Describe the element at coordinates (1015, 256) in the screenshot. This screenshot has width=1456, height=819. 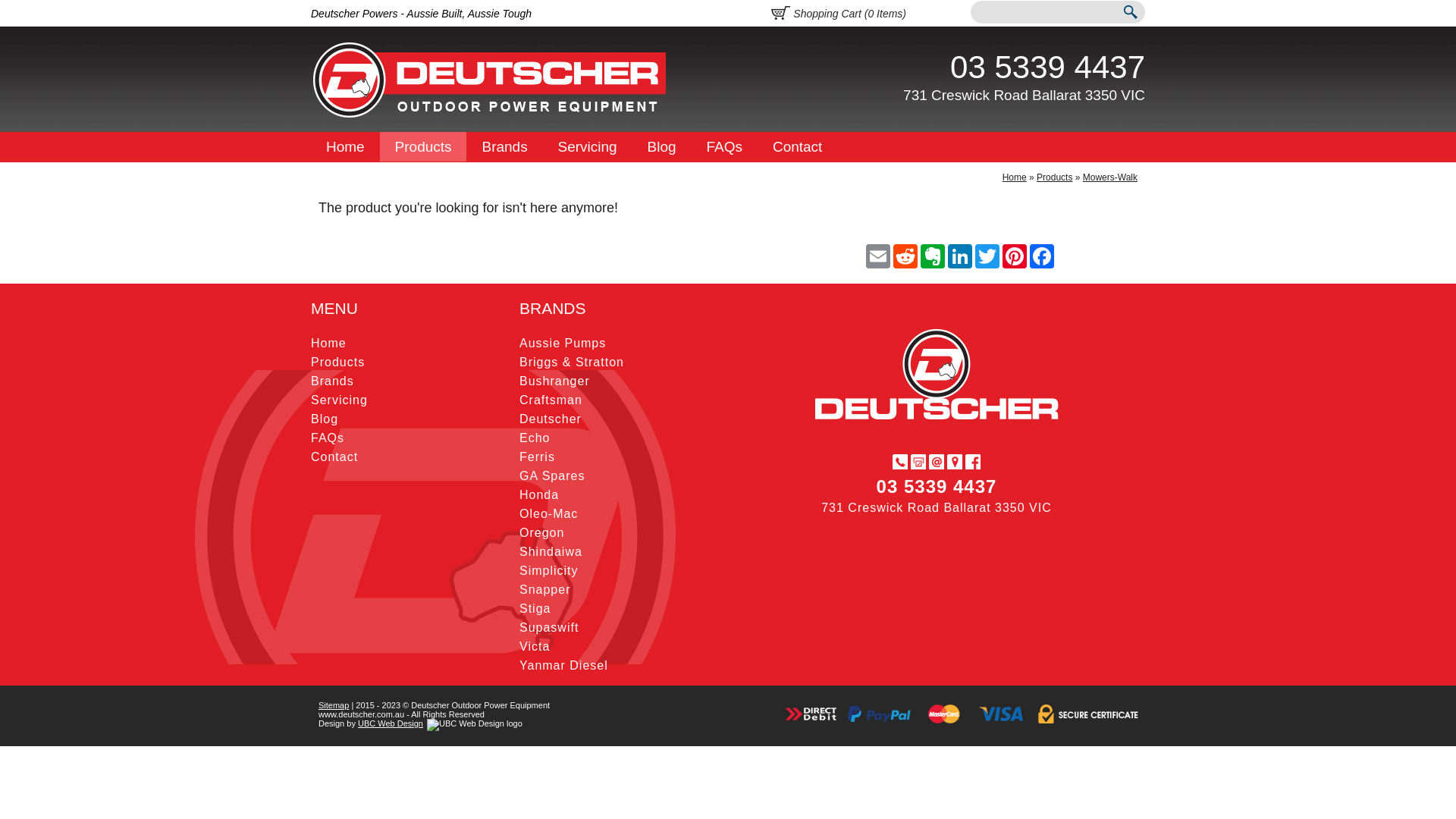
I see `'Pinterest'` at that location.